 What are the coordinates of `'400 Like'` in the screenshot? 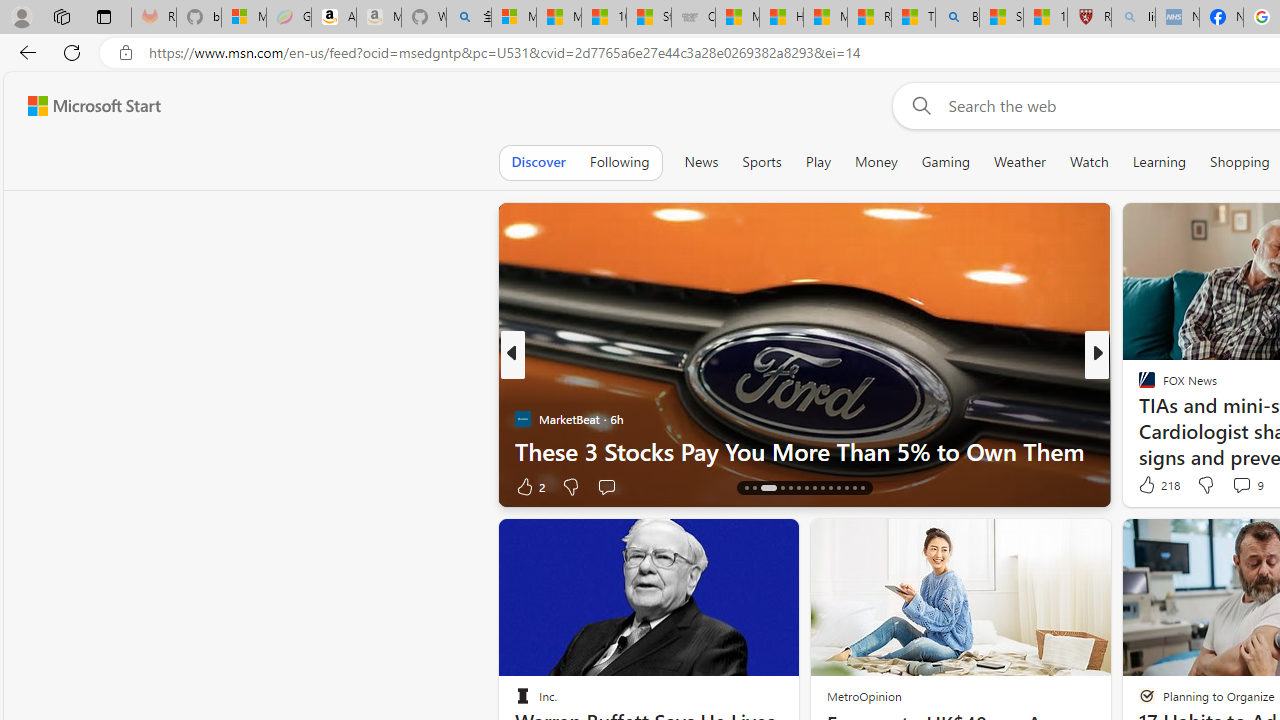 It's located at (1152, 486).